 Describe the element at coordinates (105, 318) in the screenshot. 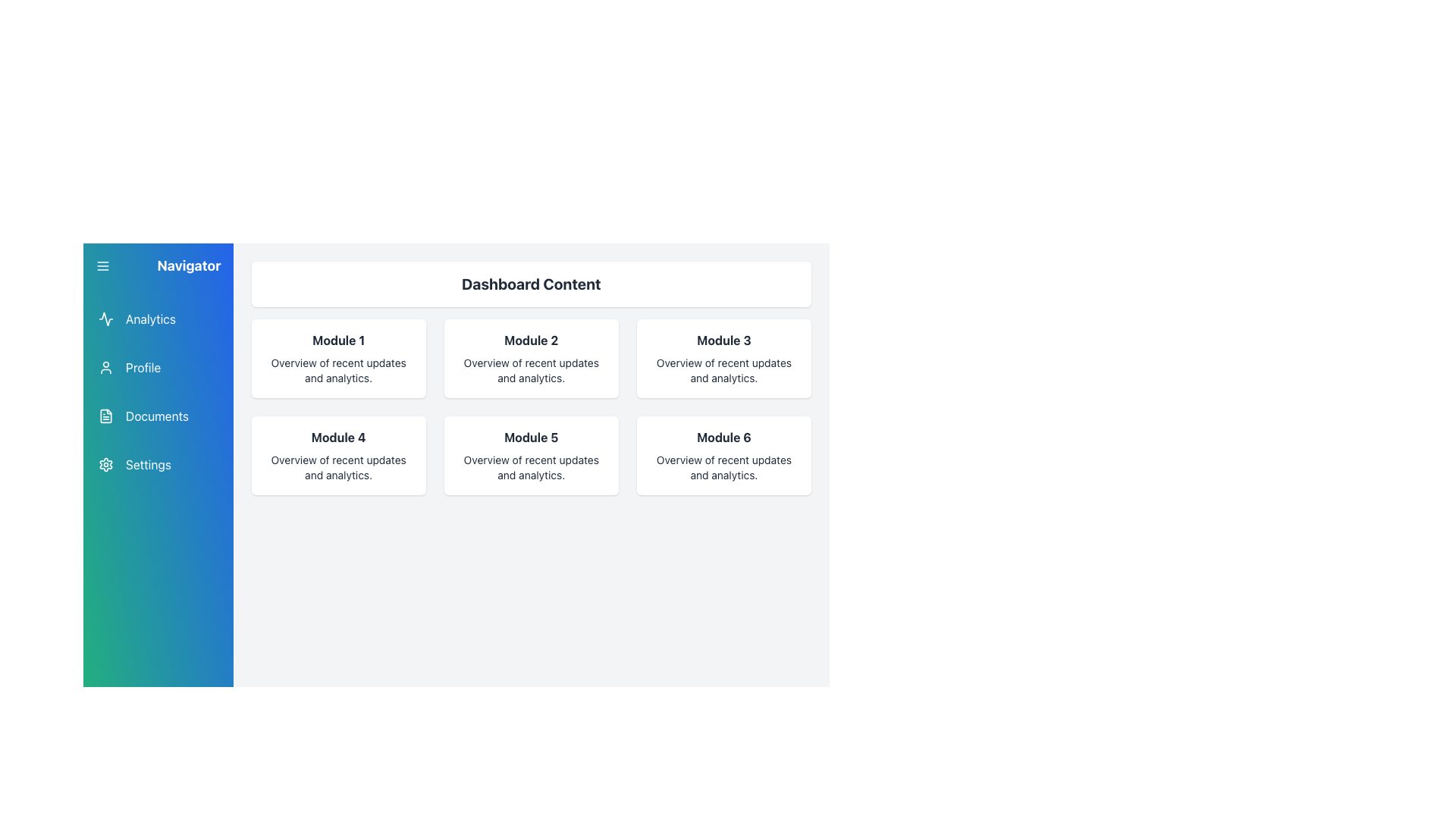

I see `the waveform icon located in the sidebar menu under the 'Navigator' label` at that location.